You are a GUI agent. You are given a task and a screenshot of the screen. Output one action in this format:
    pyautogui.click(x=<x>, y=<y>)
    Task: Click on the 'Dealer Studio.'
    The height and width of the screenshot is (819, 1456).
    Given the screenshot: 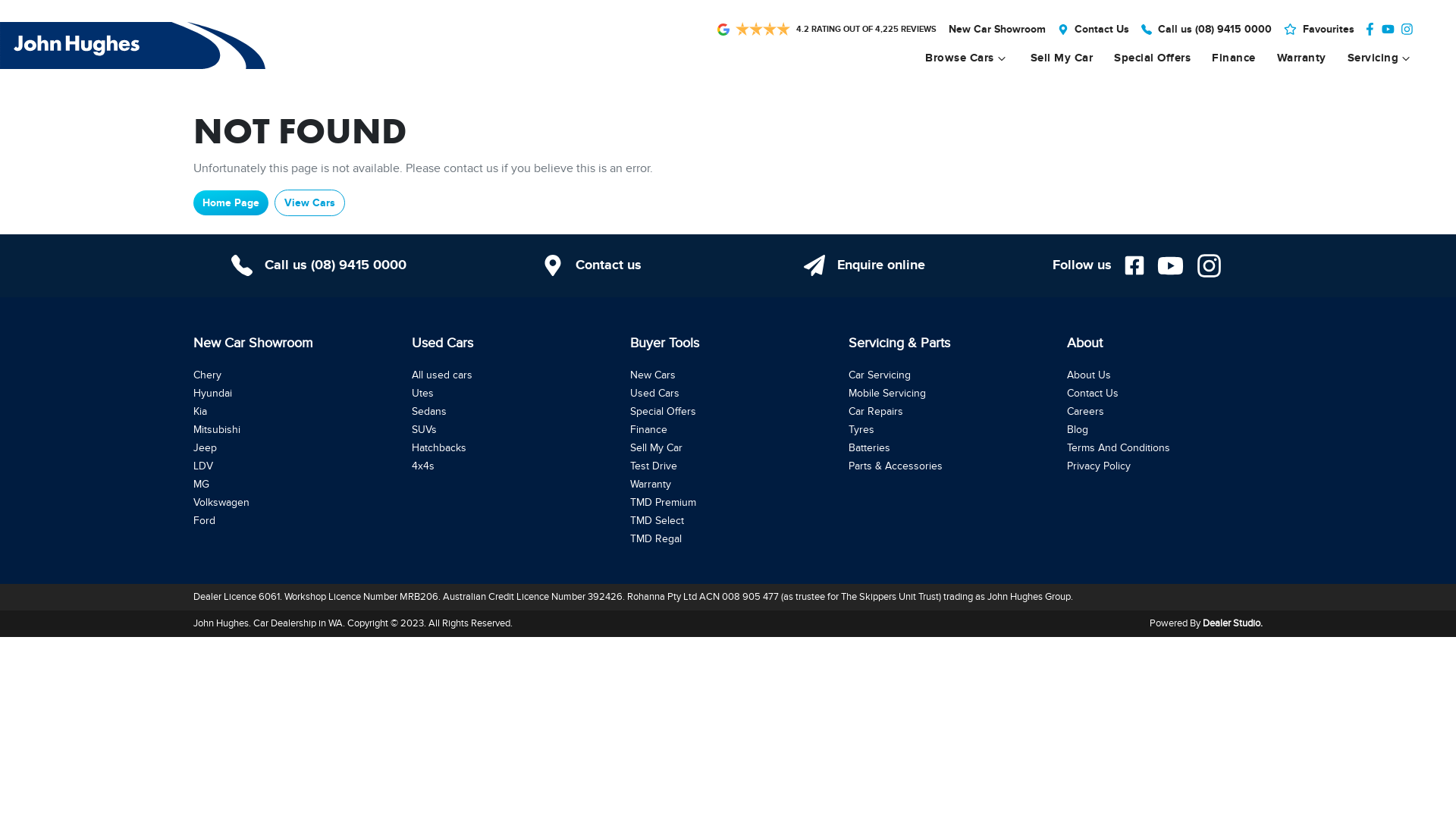 What is the action you would take?
    pyautogui.click(x=1232, y=623)
    